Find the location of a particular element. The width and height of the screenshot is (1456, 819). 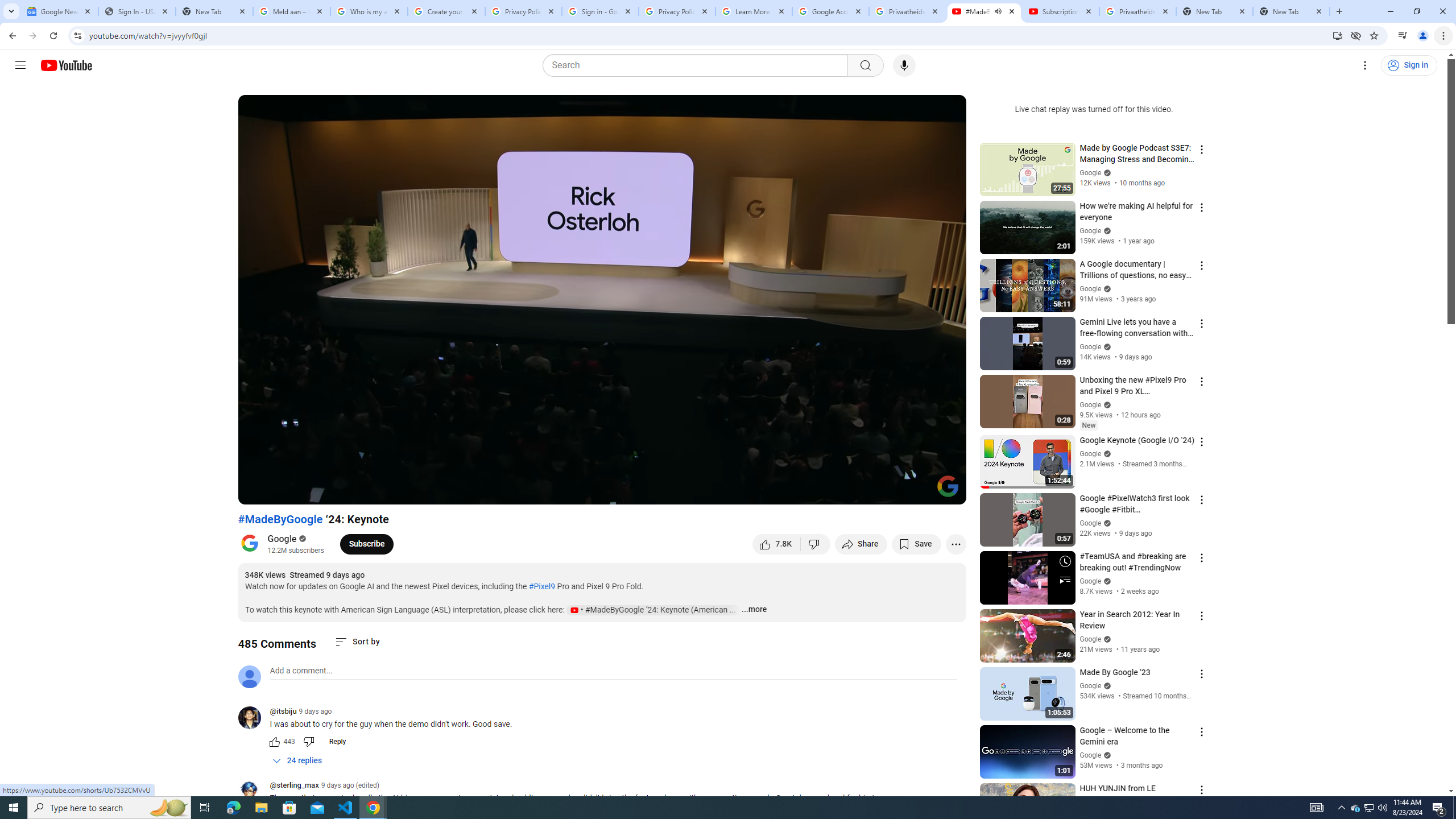

'#Pixel9' is located at coordinates (541, 586).